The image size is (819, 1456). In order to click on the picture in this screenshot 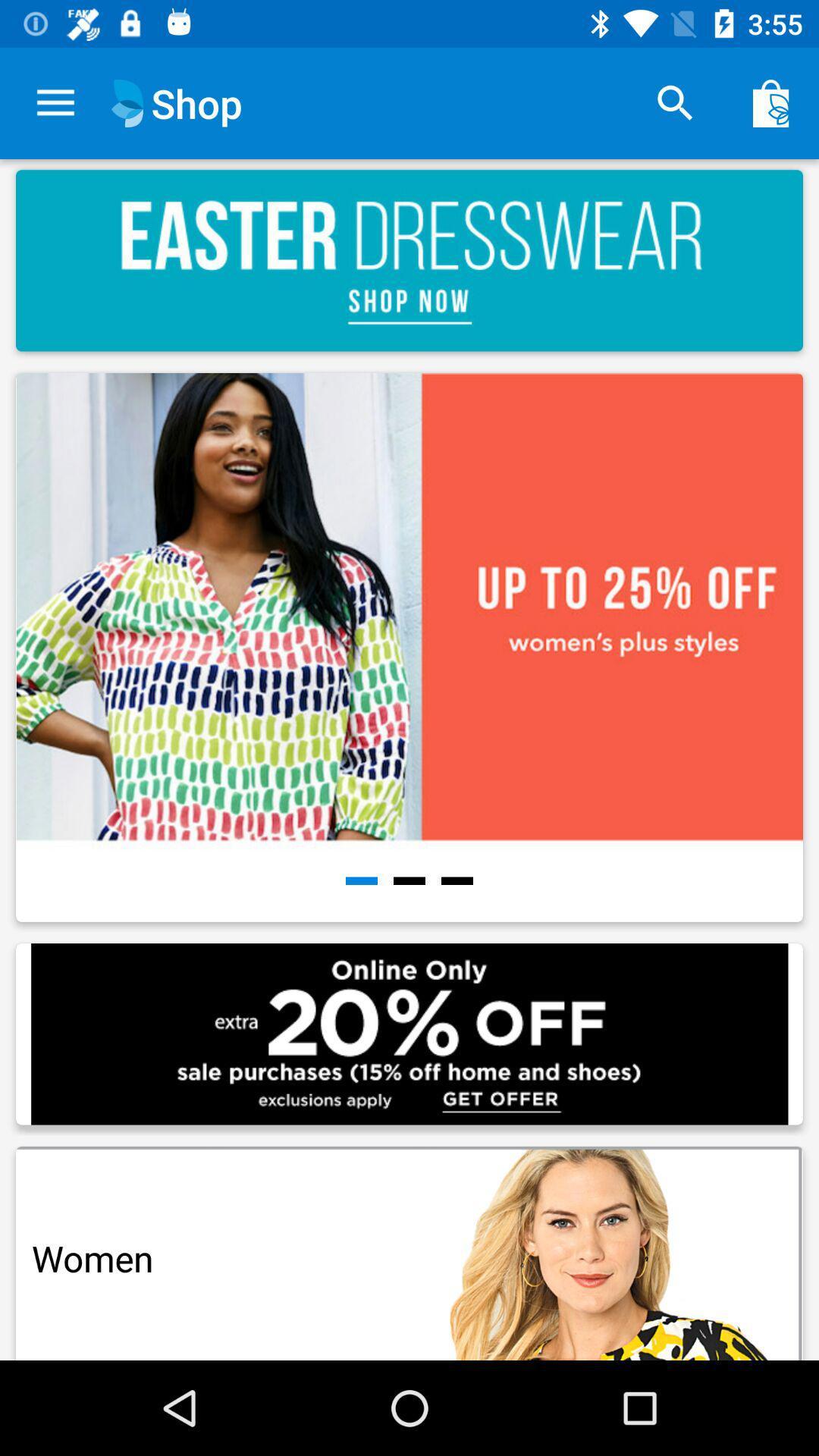, I will do `click(413, 652)`.